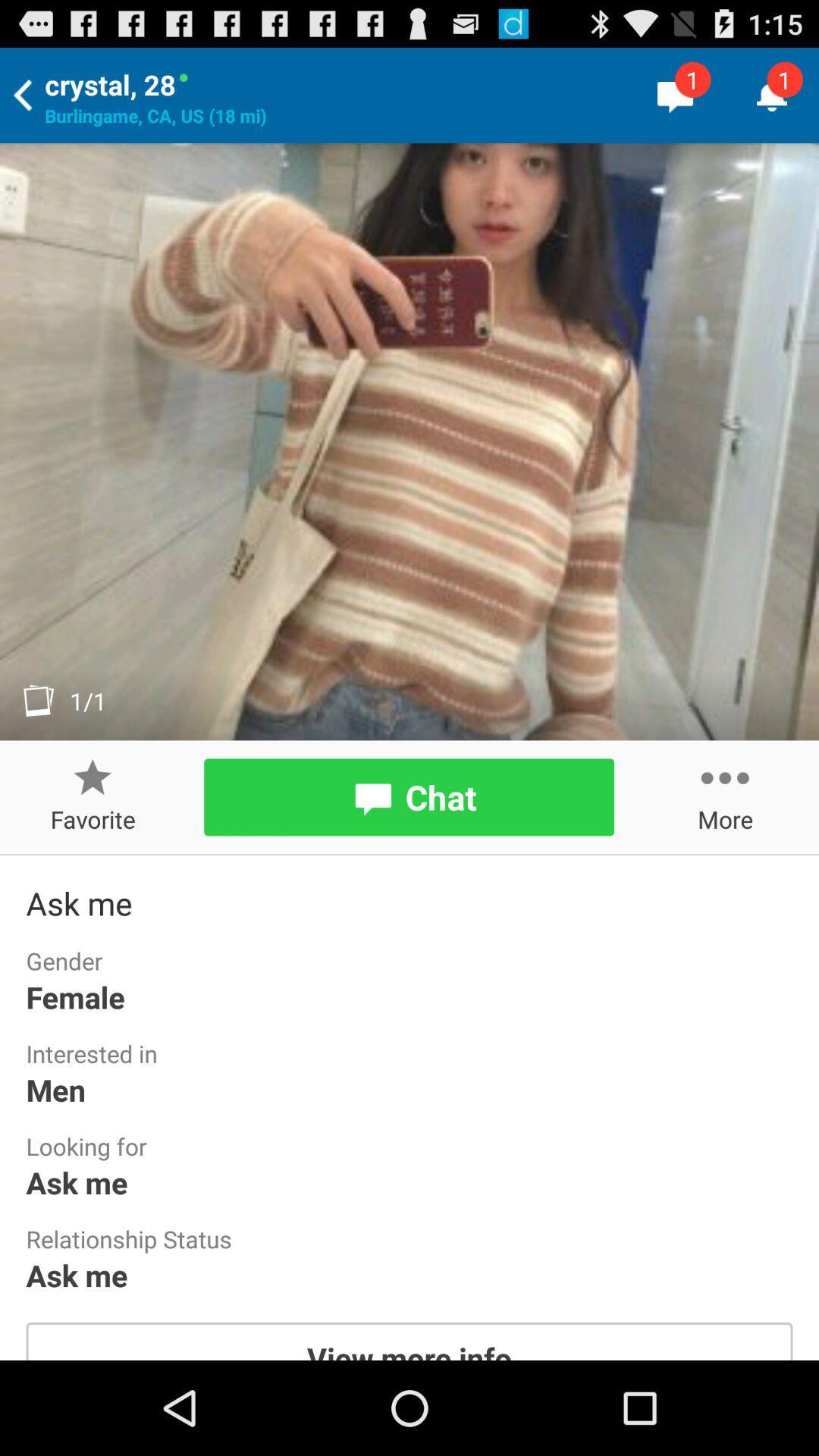  Describe the element at coordinates (409, 1341) in the screenshot. I see `the view more info button` at that location.